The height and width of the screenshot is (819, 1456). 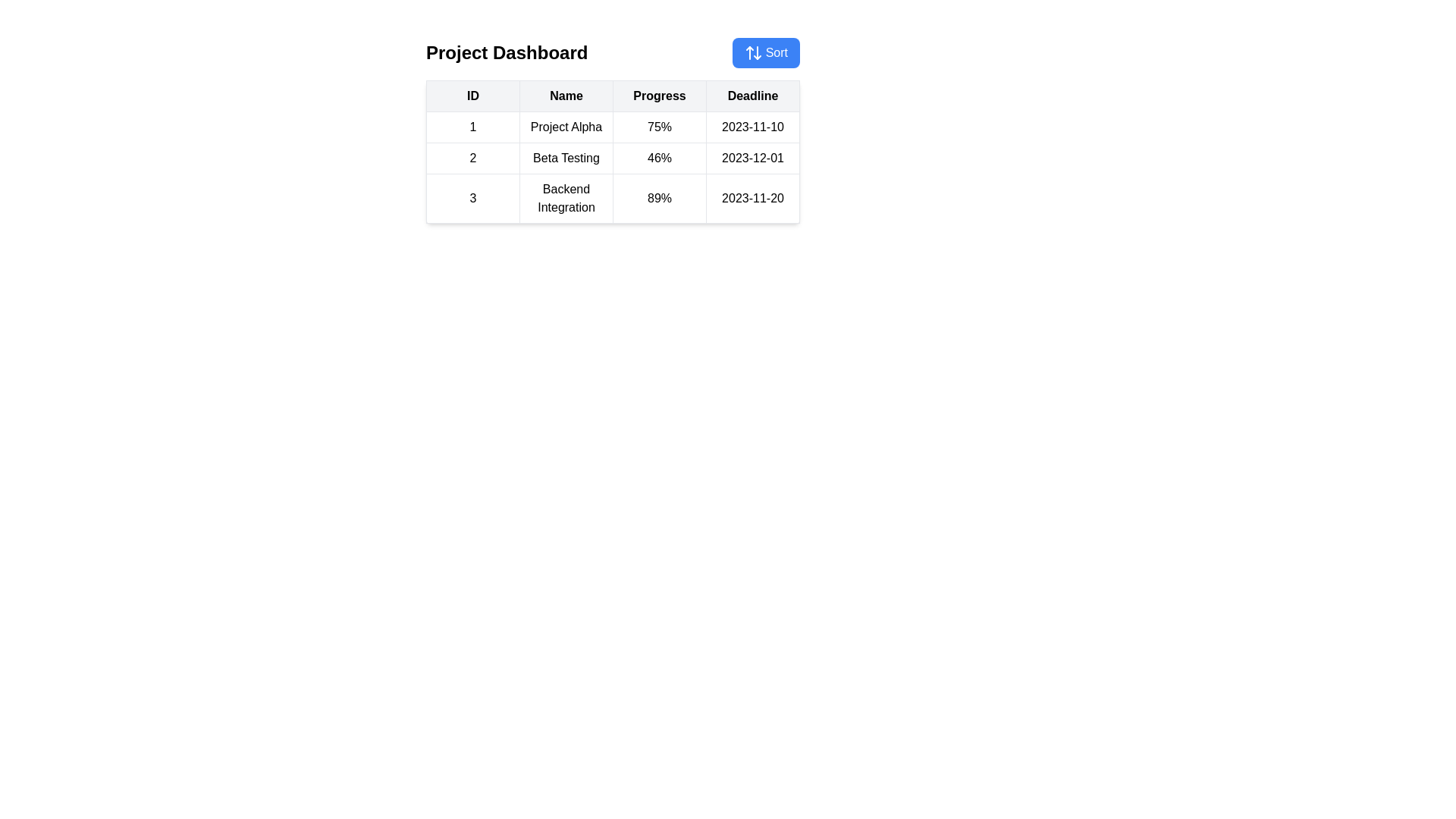 I want to click on the static text element that serves as an identifier in the first column of the second row of the table under the 'ID' heading, so click(x=472, y=158).